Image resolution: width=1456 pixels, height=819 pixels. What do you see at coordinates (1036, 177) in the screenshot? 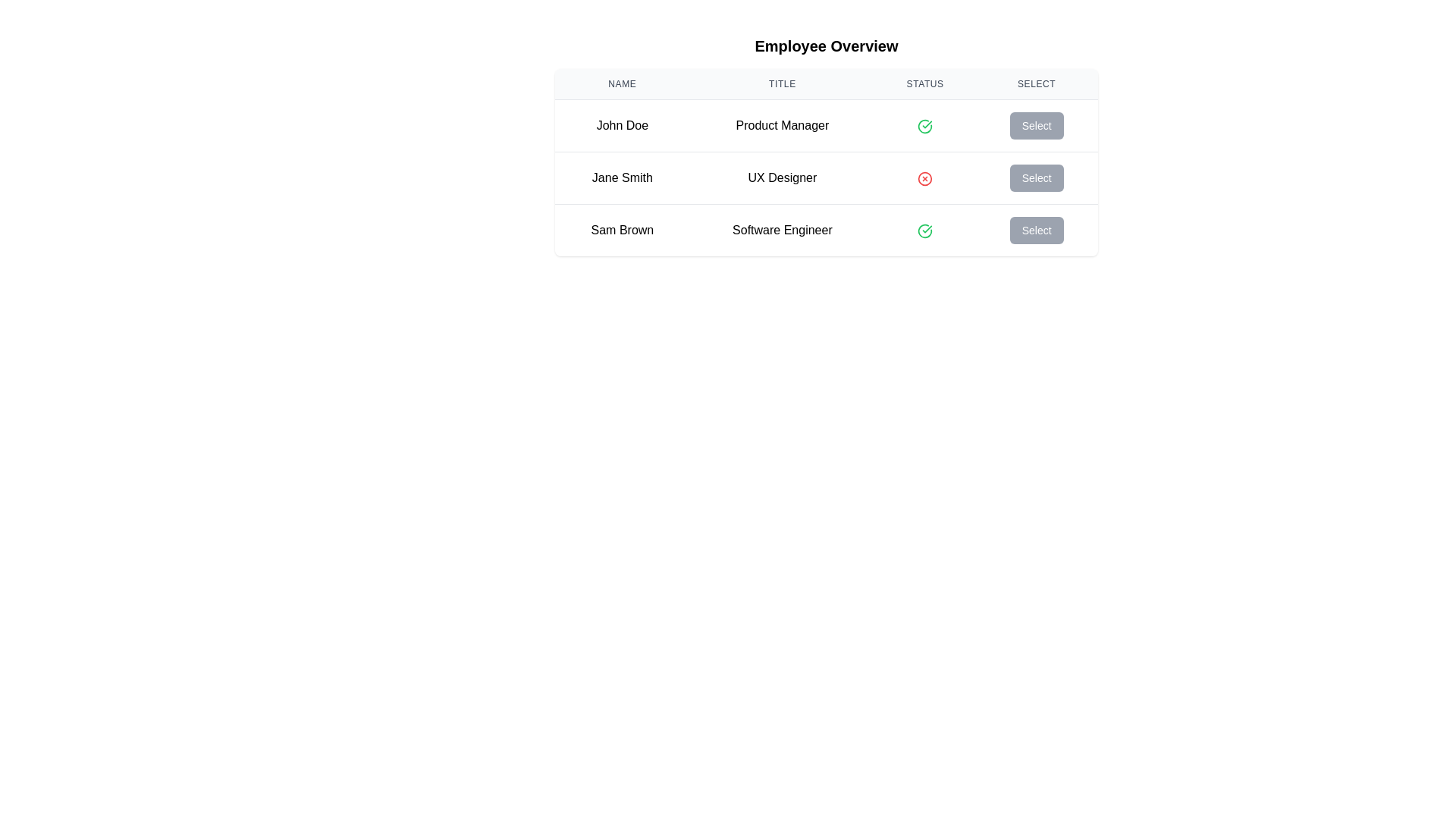
I see `the button in the 'SELECT' column of the second row associated with the 'UX Designer' title in the 'Employee Overview' table` at bounding box center [1036, 177].